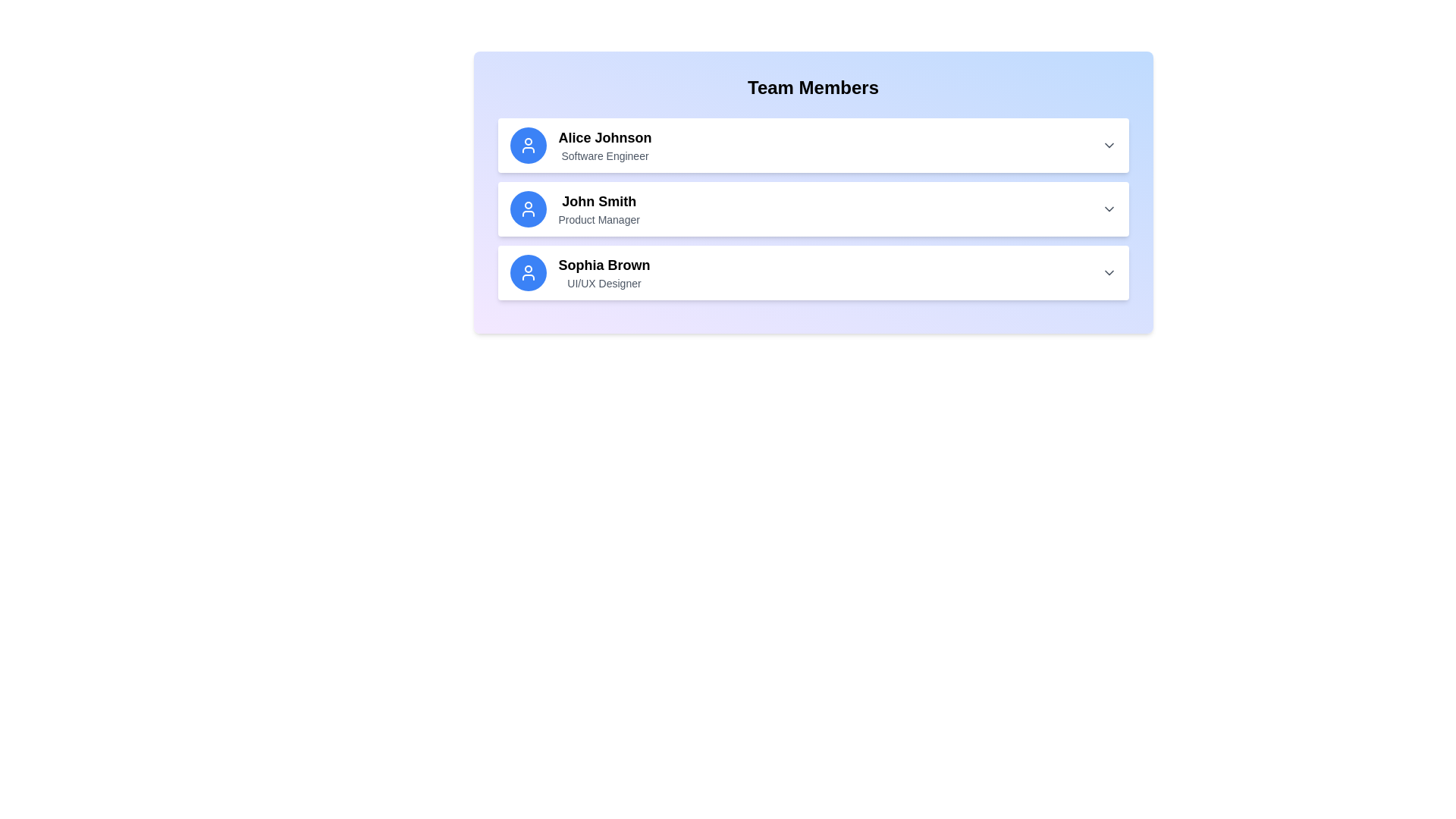 Image resolution: width=1456 pixels, height=819 pixels. I want to click on the user avatar icon, which is a circular icon with a blue background and a white user symbol, located to the left of the text 'Sophia Brown UI/UX Designer', so click(528, 271).